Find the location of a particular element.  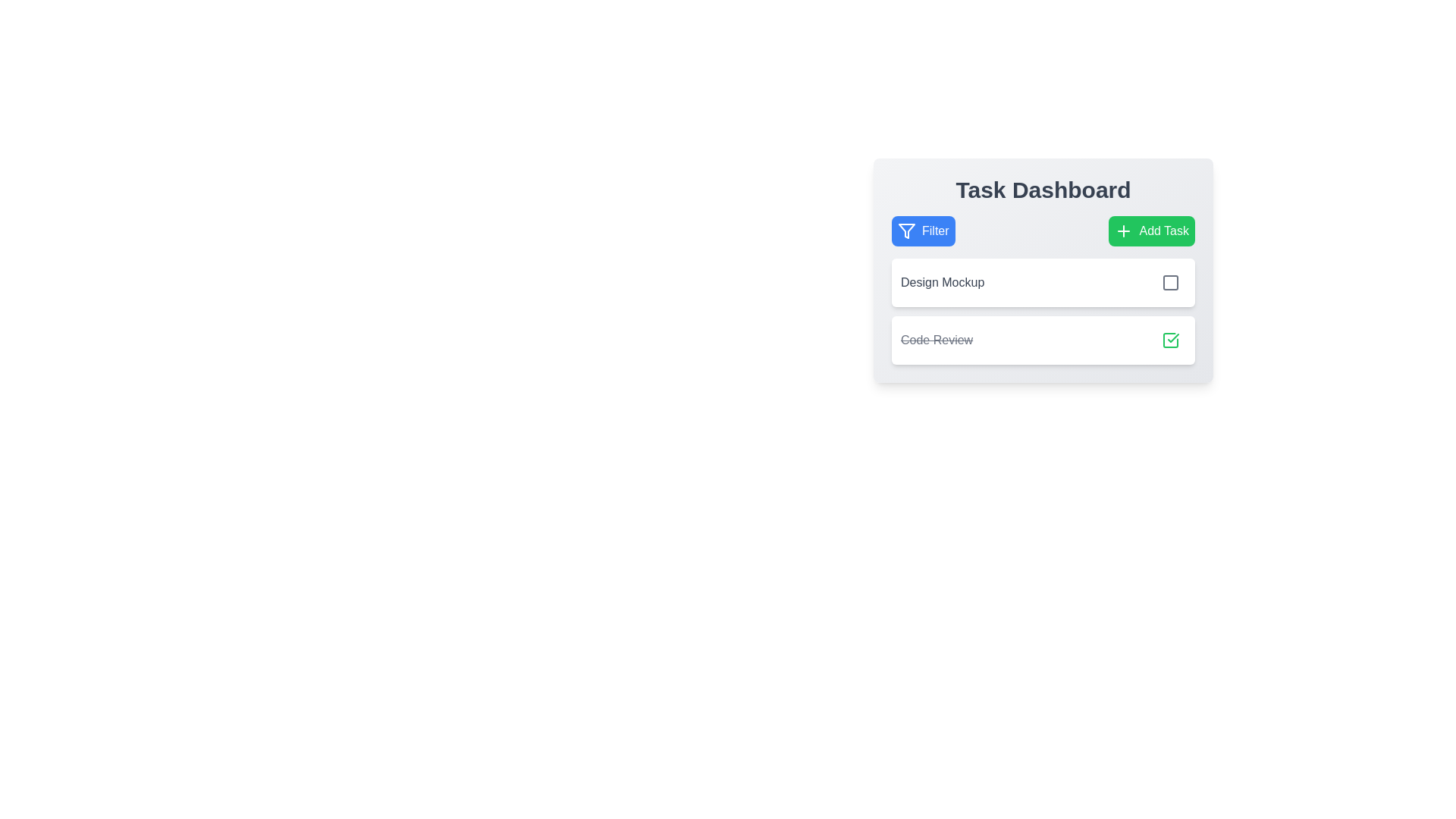

the green square icon with a check mark beside the 'Code Review' text is located at coordinates (1170, 339).